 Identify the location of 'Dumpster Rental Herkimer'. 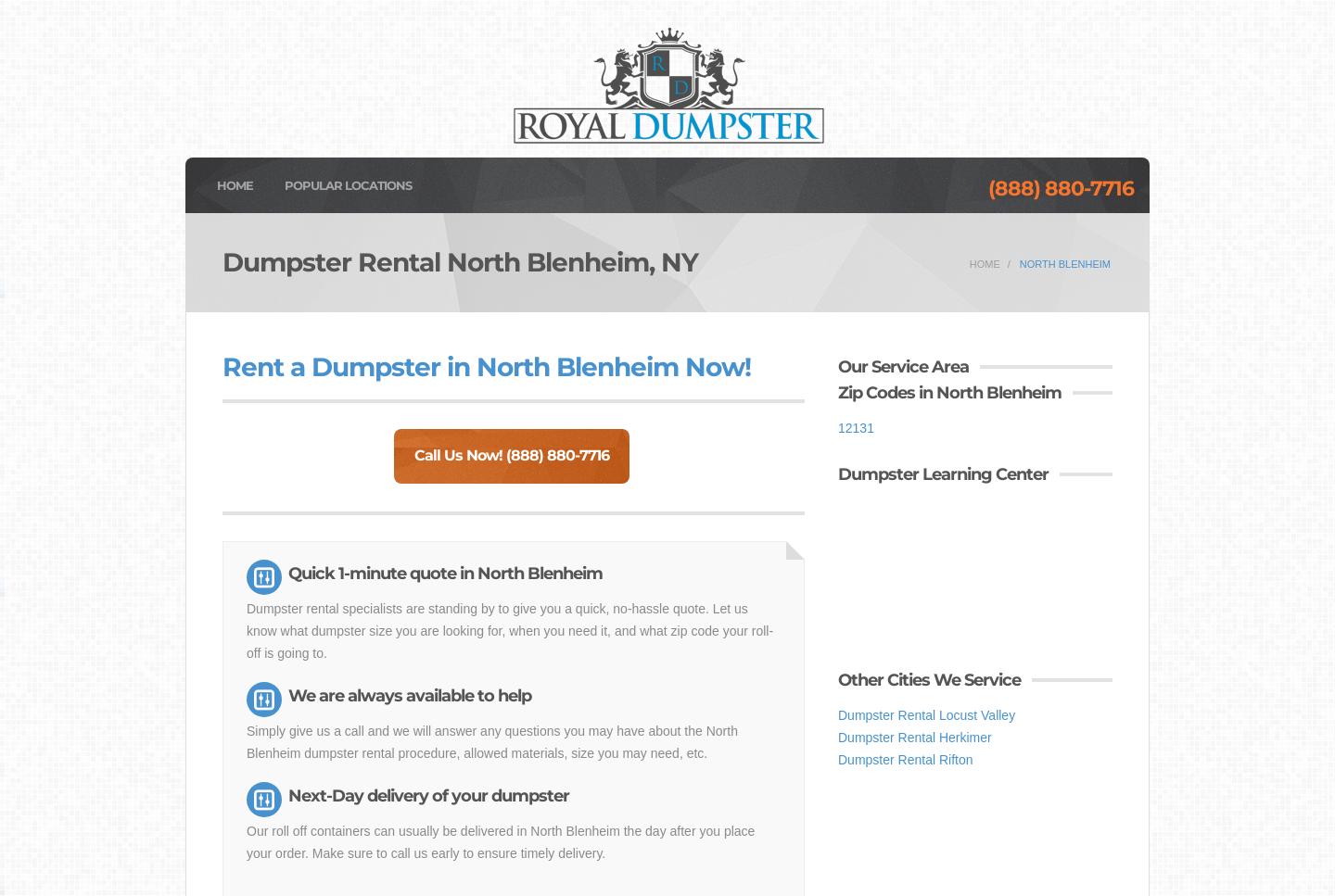
(913, 737).